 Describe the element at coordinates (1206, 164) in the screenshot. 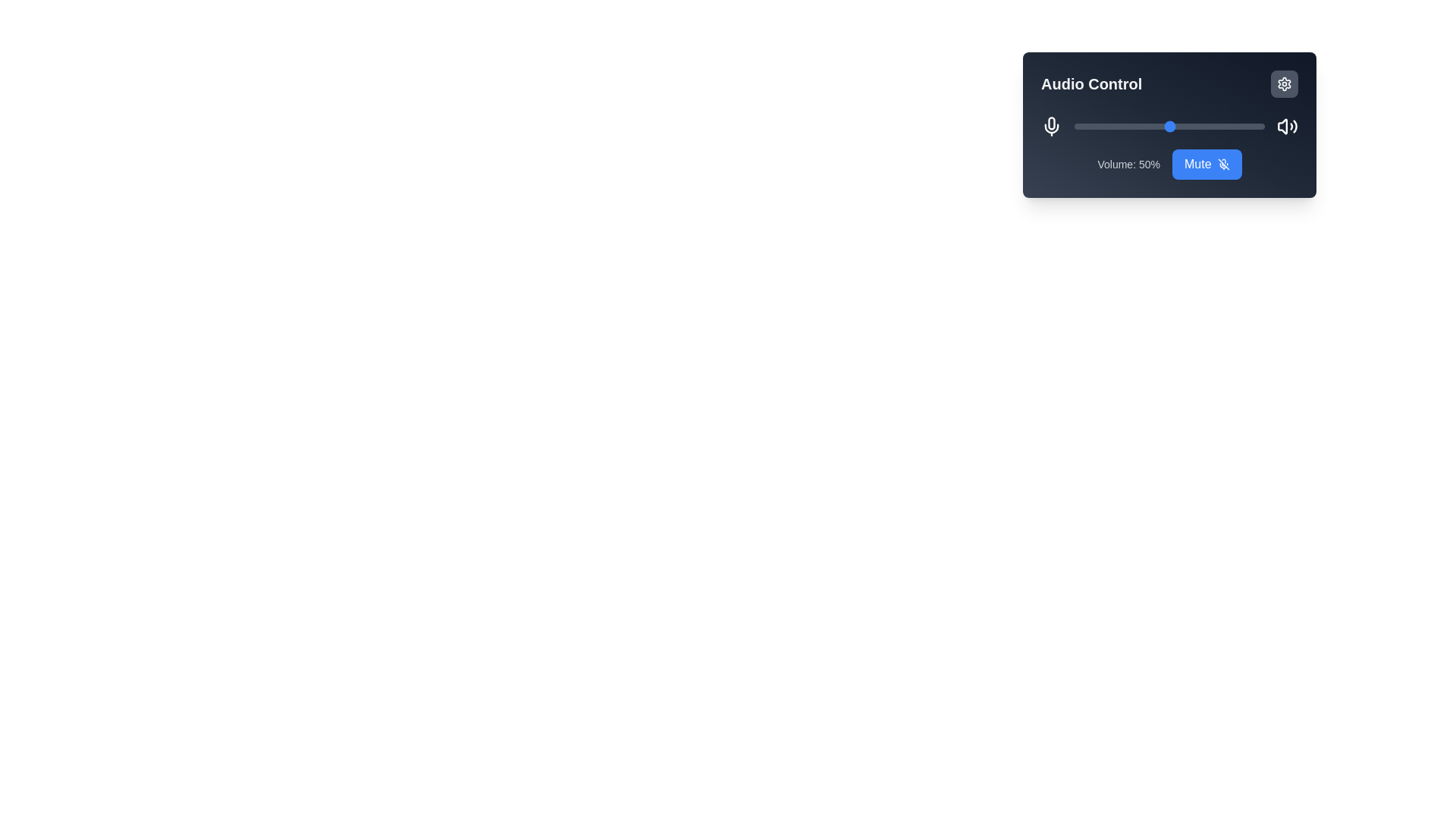

I see `the 'Mute' button with a blue background and a microphone icon with a strike-through line, located` at that location.